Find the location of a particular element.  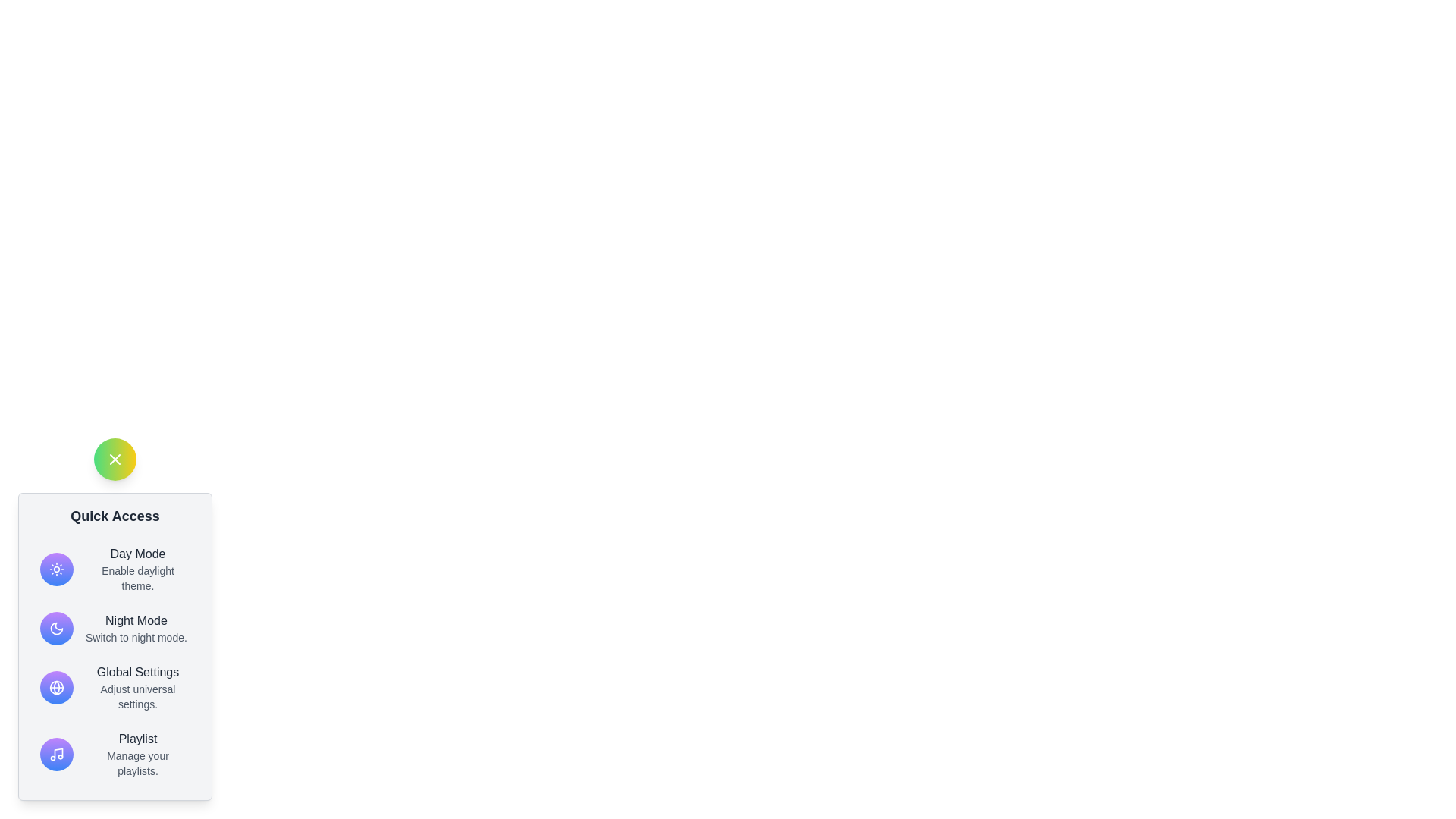

floating button to toggle the menu visibility is located at coordinates (115, 458).